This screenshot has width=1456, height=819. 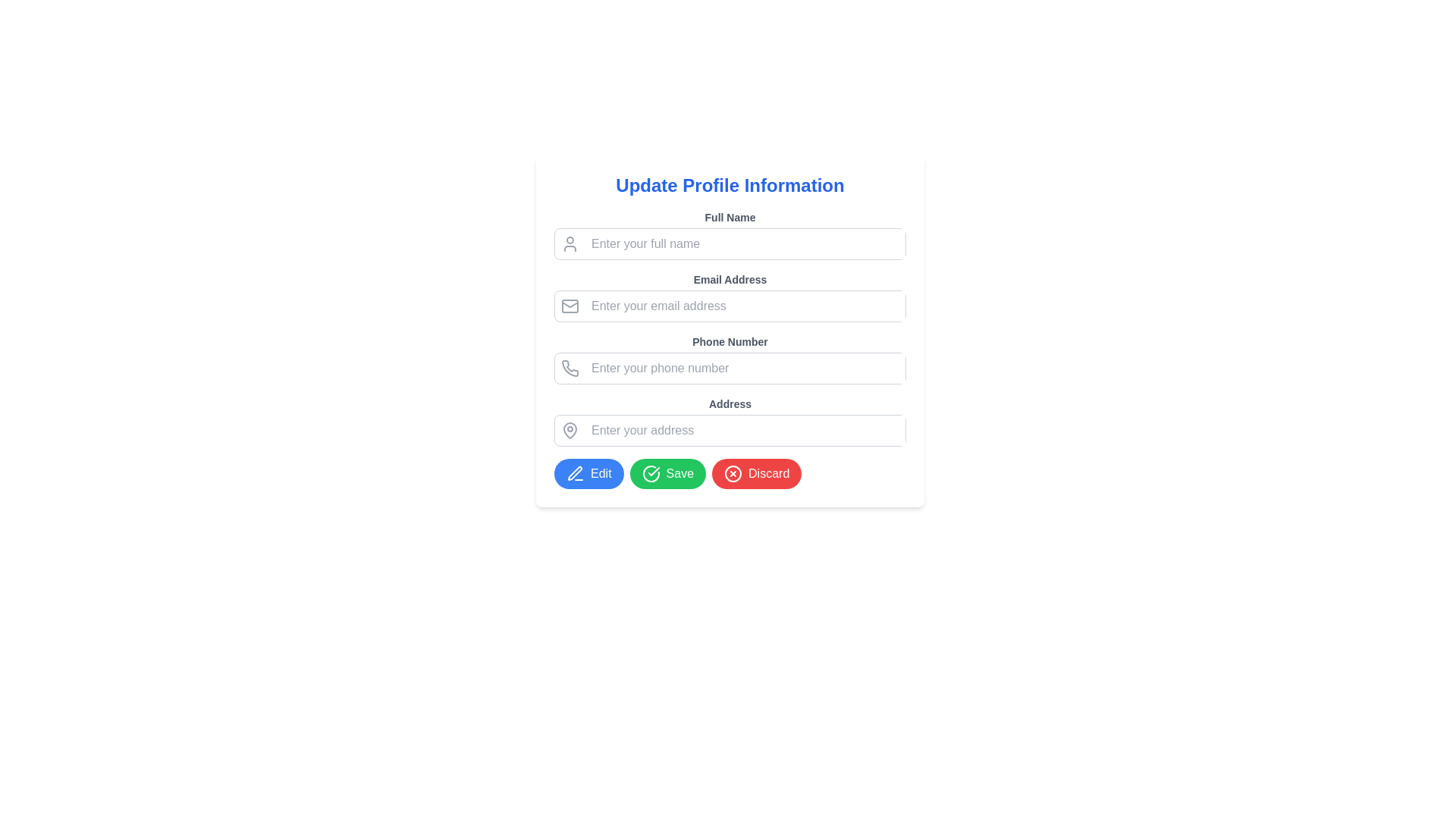 What do you see at coordinates (654, 470) in the screenshot?
I see `the 'Save' button by clicking on the check mark icon, which visually represents the action of saving changes` at bounding box center [654, 470].